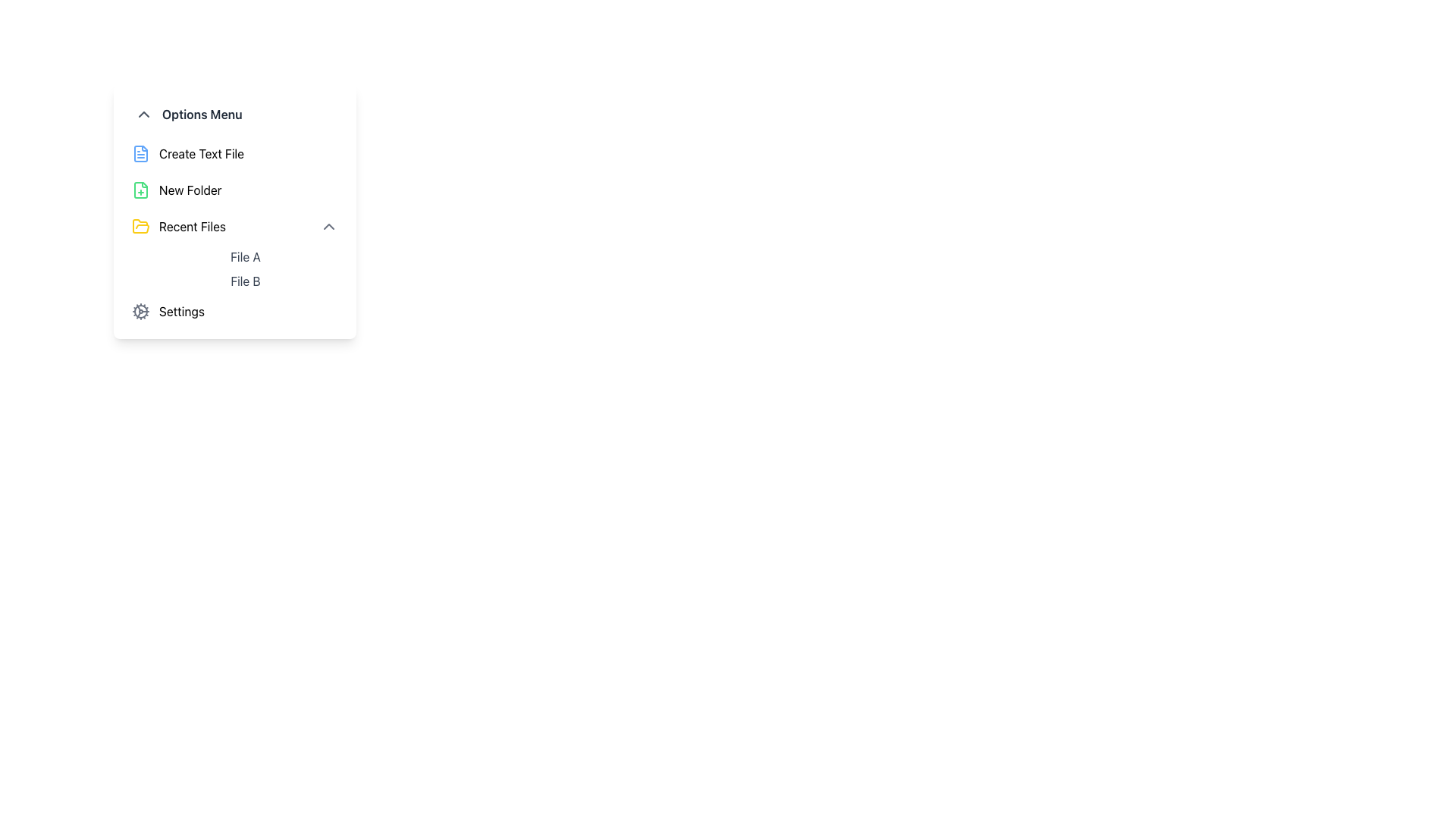 This screenshot has height=819, width=1456. What do you see at coordinates (234, 211) in the screenshot?
I see `the vertical dropdown menu with a white background and rounded corners` at bounding box center [234, 211].